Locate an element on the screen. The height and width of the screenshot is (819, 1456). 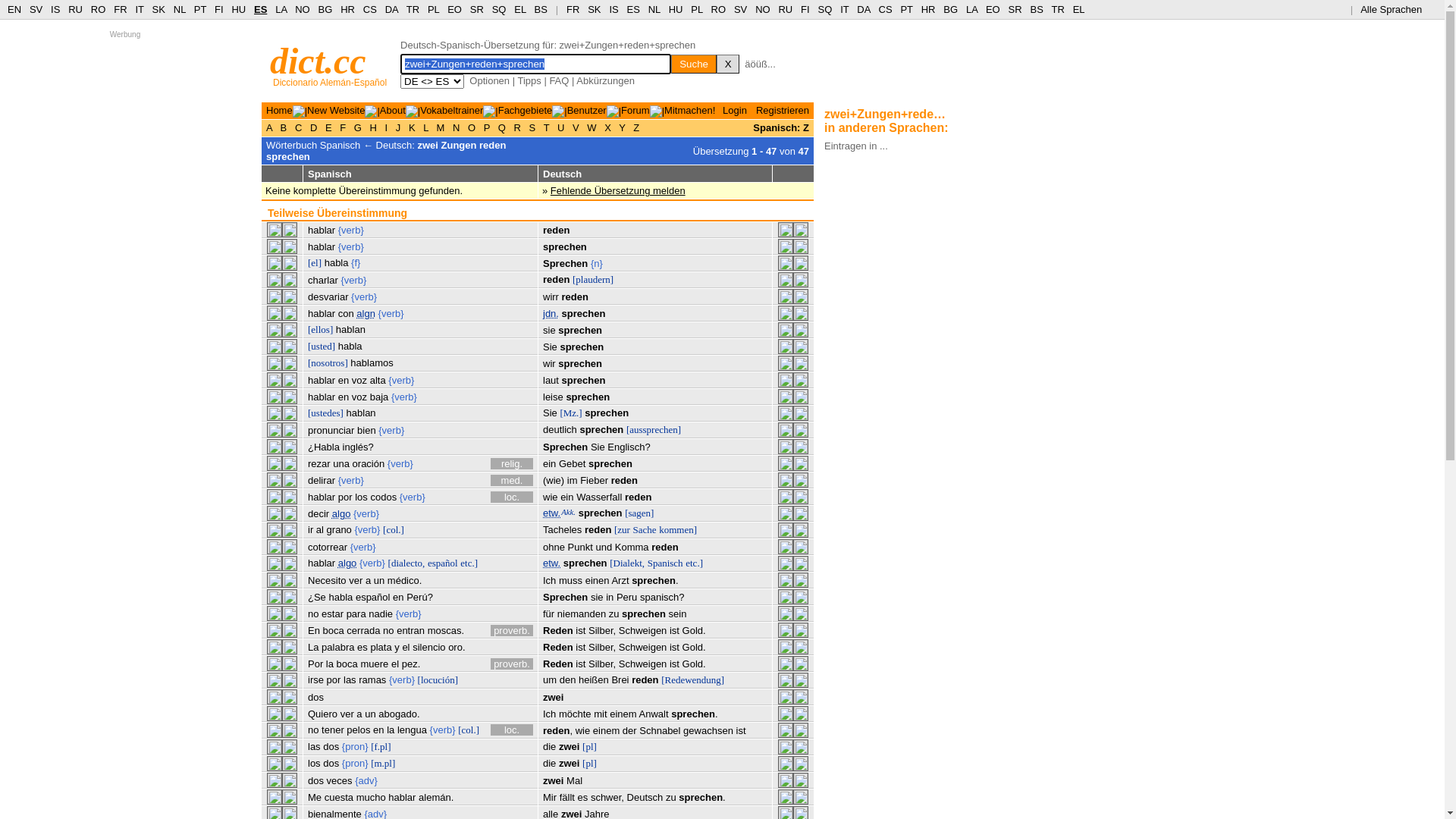
'silencio' is located at coordinates (428, 647).